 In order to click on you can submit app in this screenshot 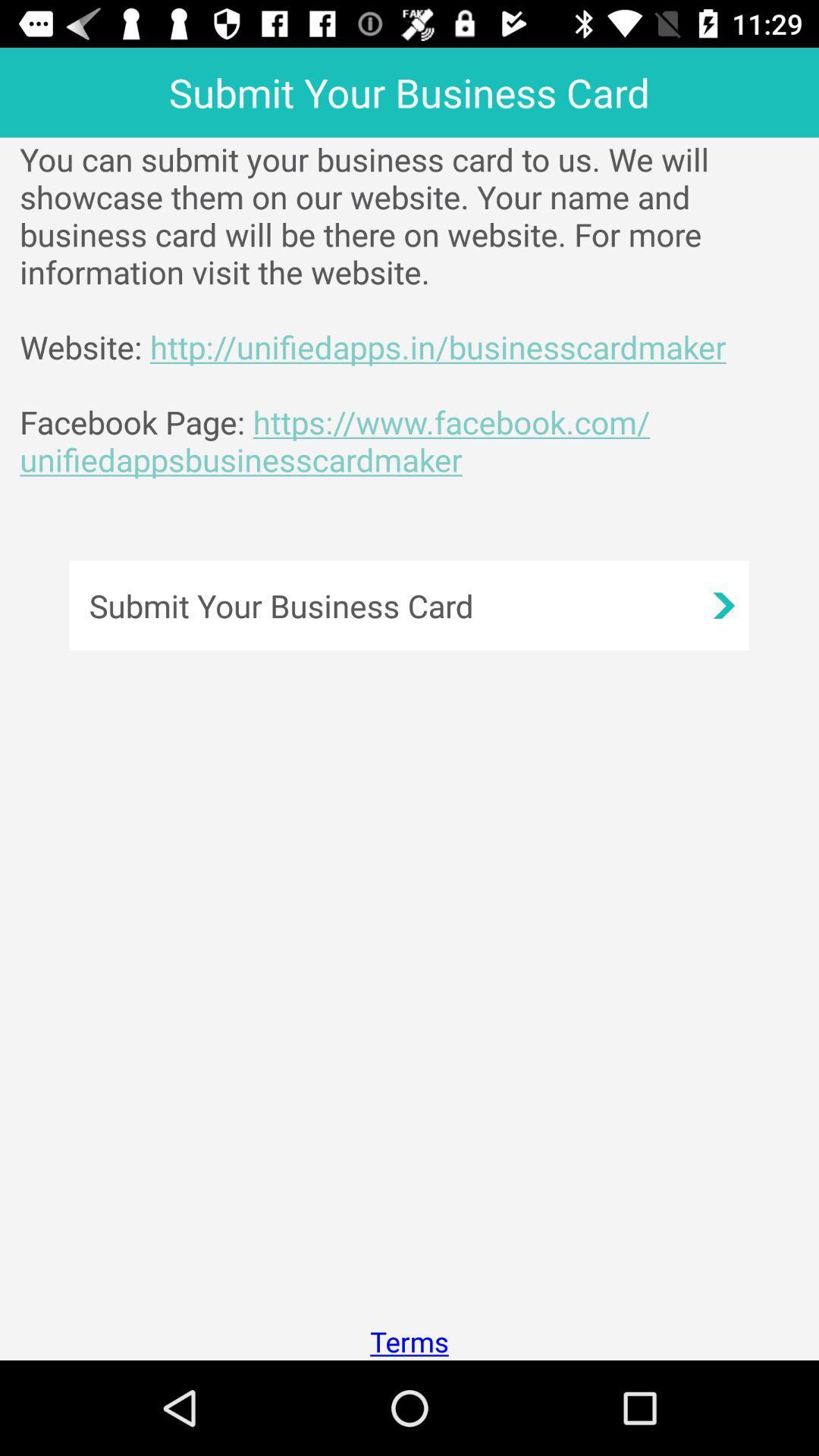, I will do `click(419, 309)`.